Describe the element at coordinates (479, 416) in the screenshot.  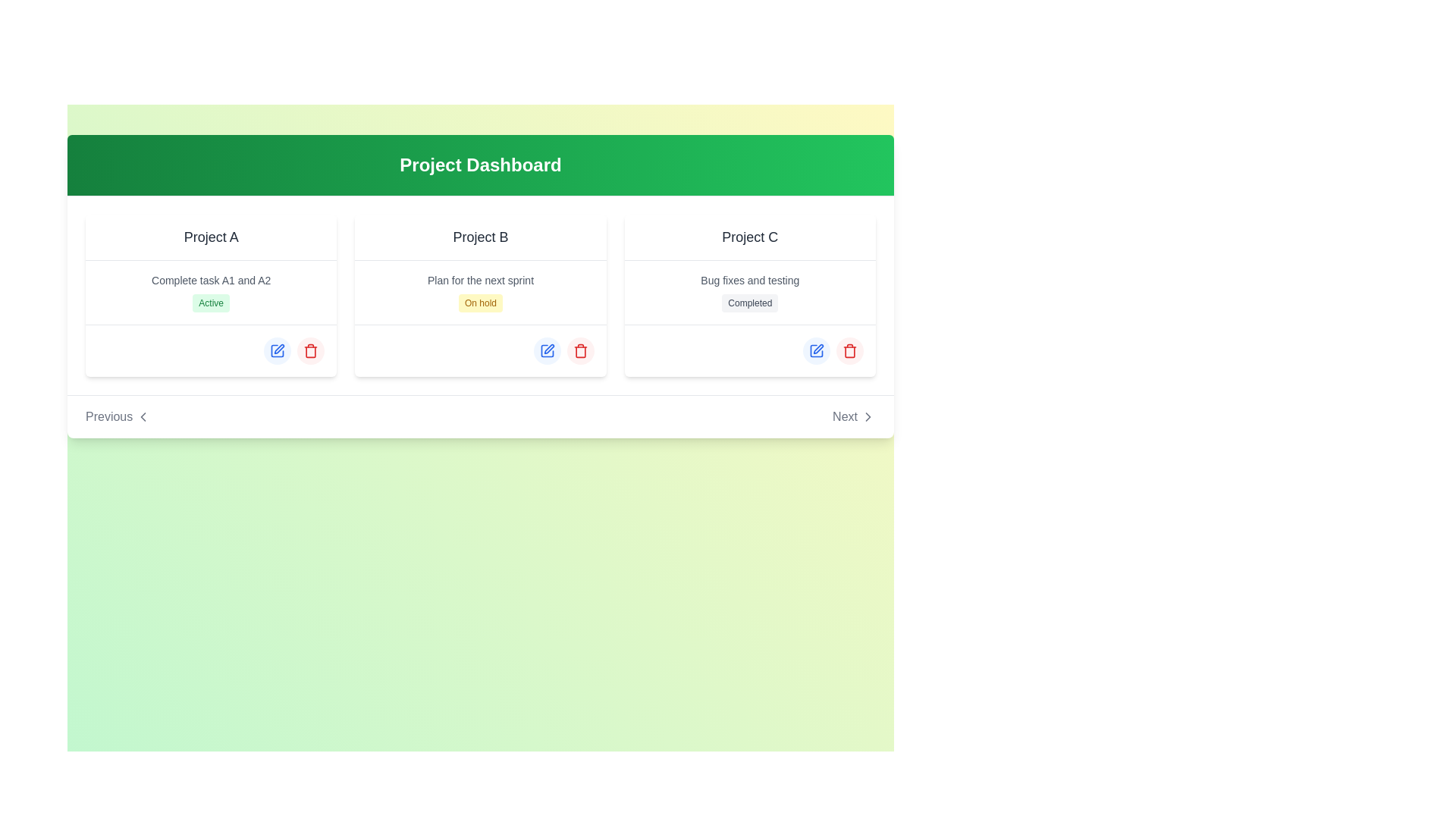
I see `the navigation button located at the bottom of the card layout` at that location.